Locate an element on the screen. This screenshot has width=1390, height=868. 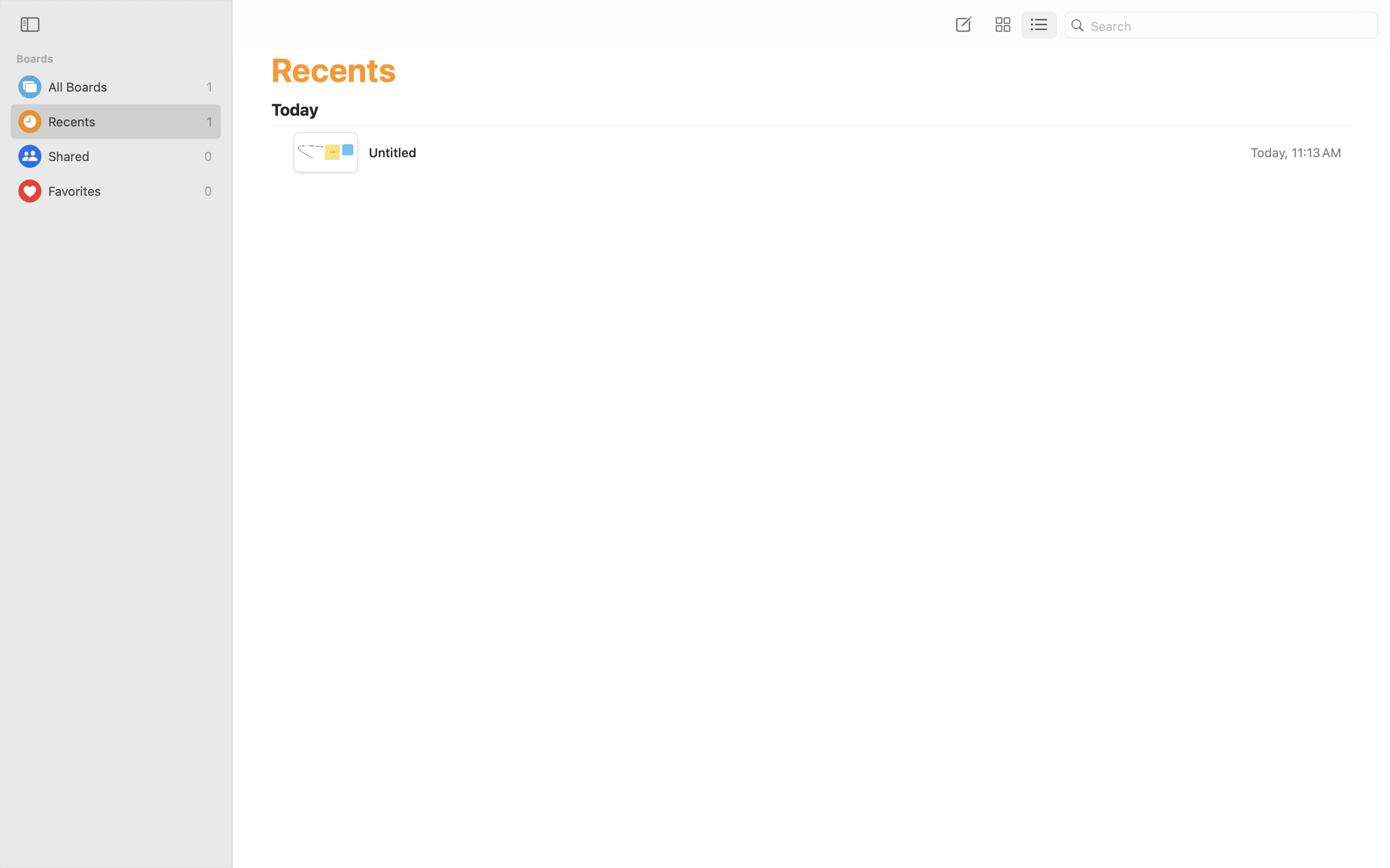
'Favorites' is located at coordinates (123, 191).